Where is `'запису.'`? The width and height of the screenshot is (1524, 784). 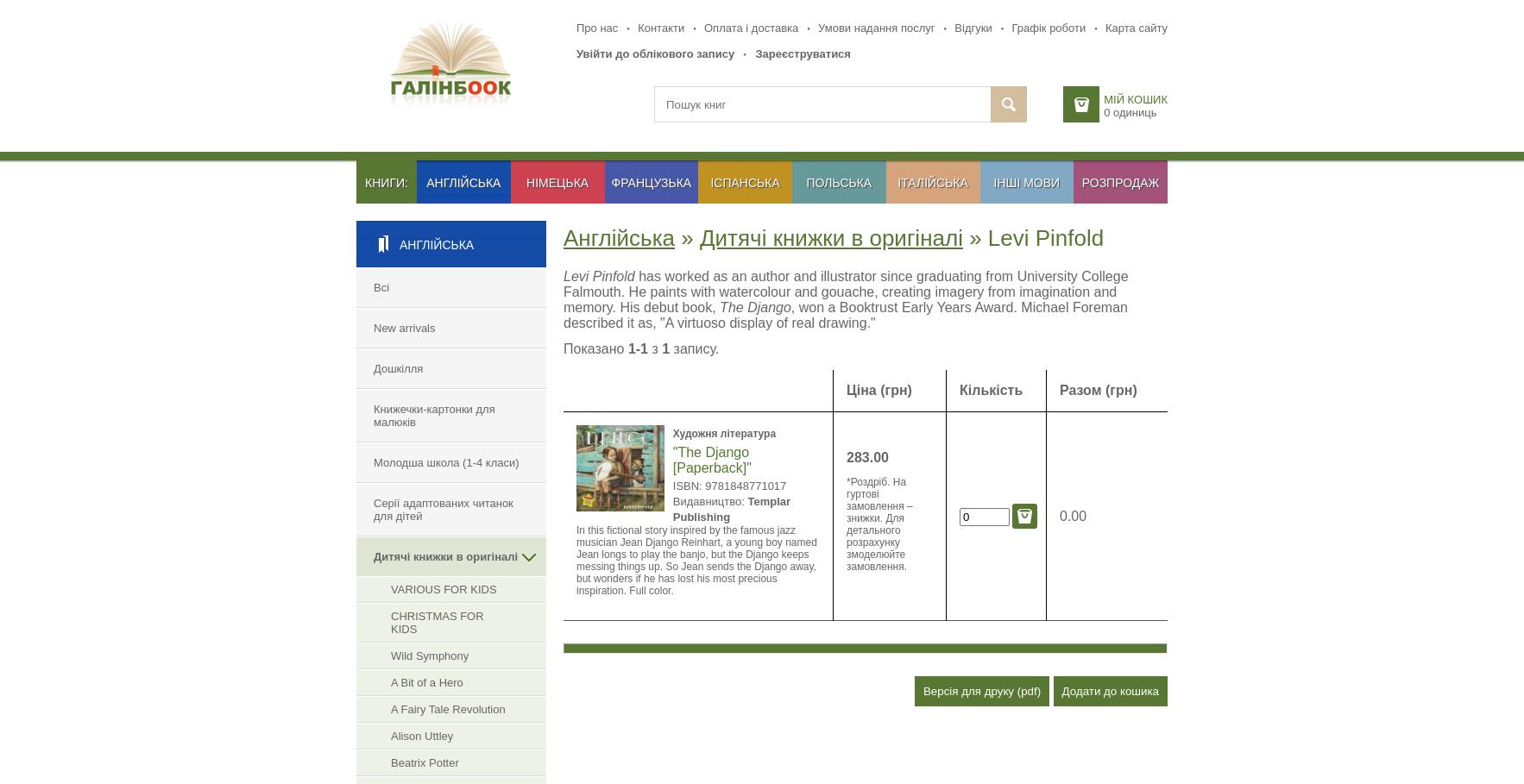
'запису.' is located at coordinates (694, 348).